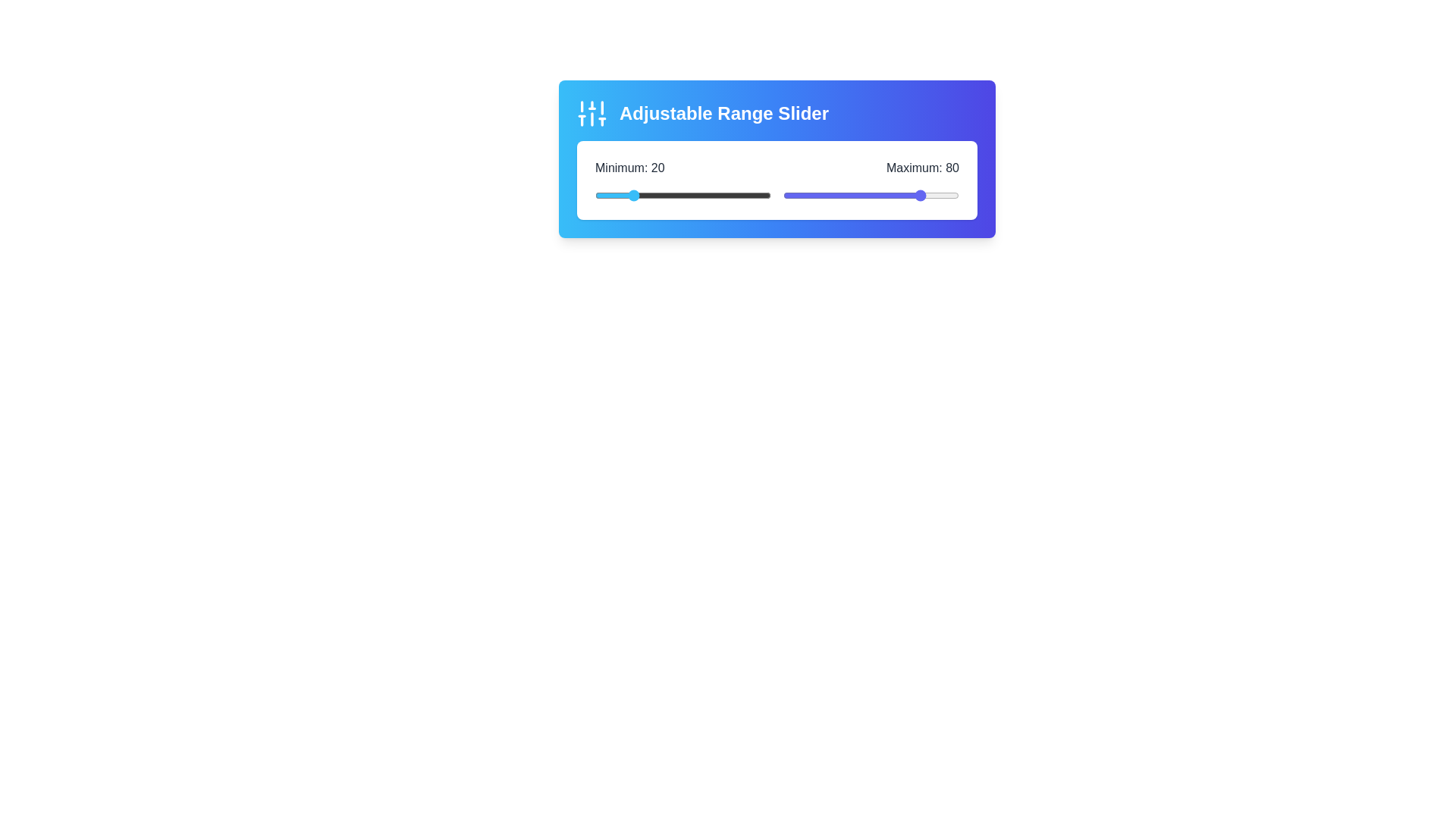 This screenshot has height=819, width=1456. What do you see at coordinates (892, 195) in the screenshot?
I see `the slider` at bounding box center [892, 195].